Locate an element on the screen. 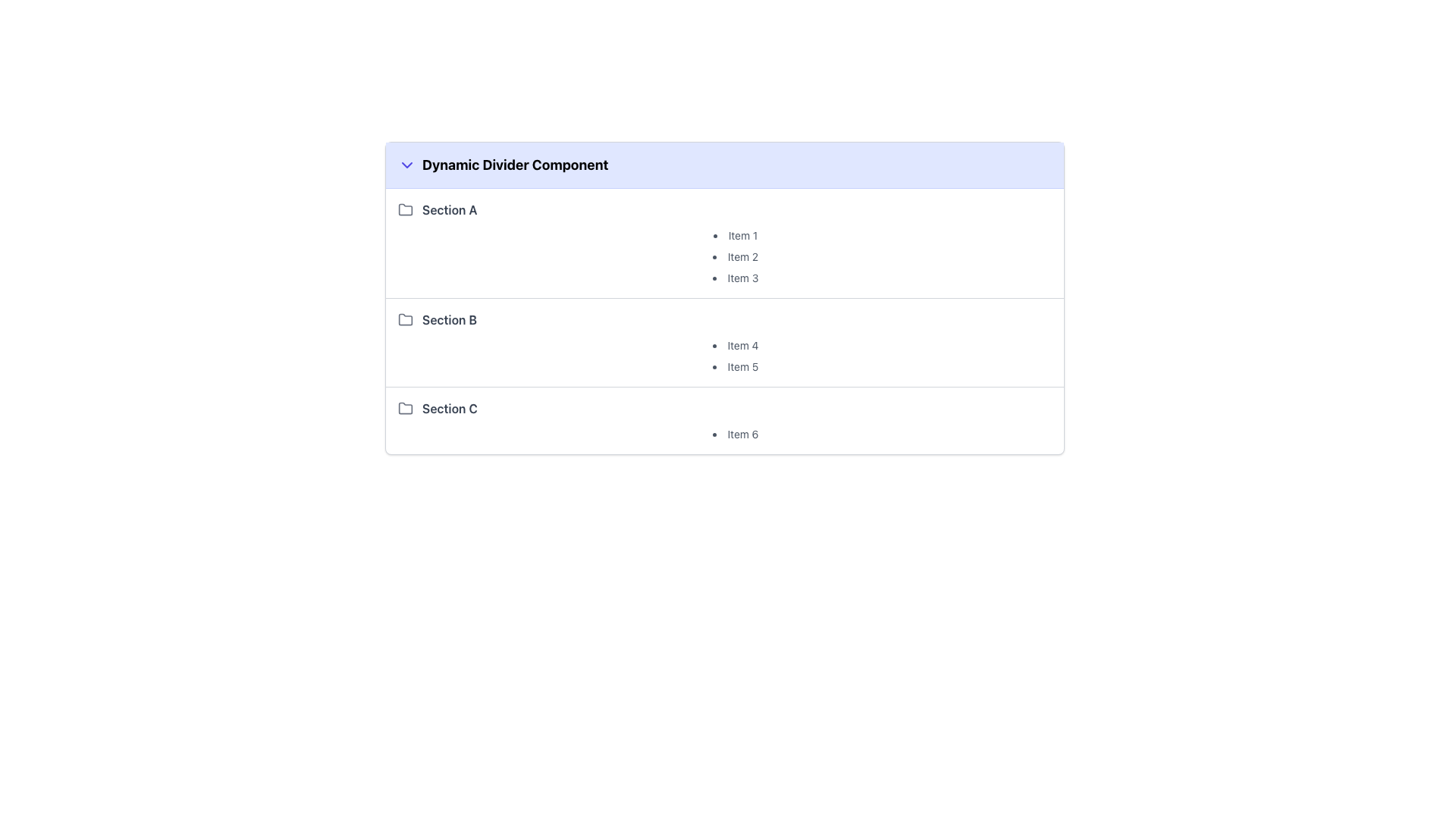 The image size is (1456, 819). the first item in the list under 'Section A', which serves as a label or descriptor for further content is located at coordinates (735, 236).